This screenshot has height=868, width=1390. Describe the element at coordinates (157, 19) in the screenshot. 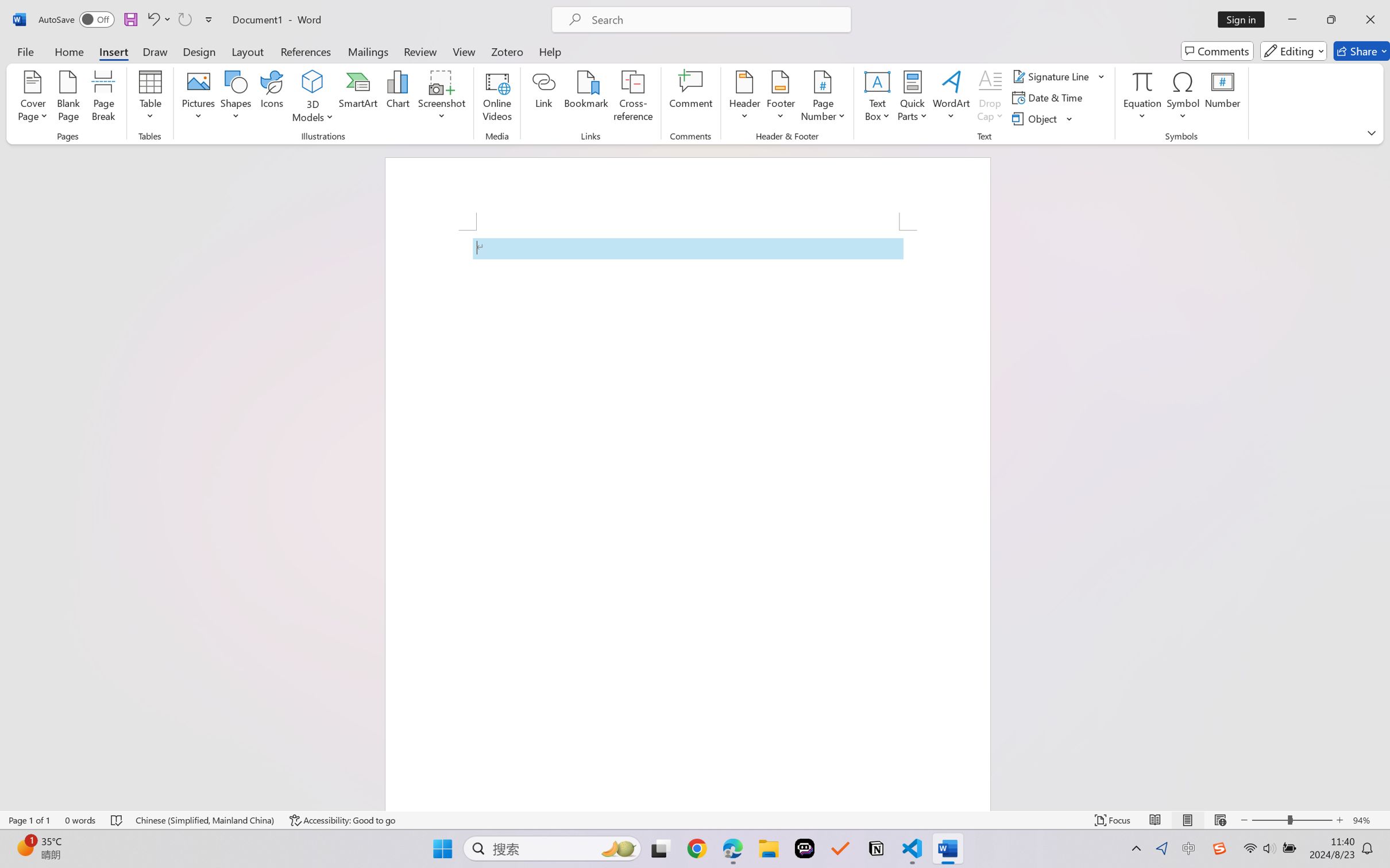

I see `'Undo Apply Quick Style'` at that location.